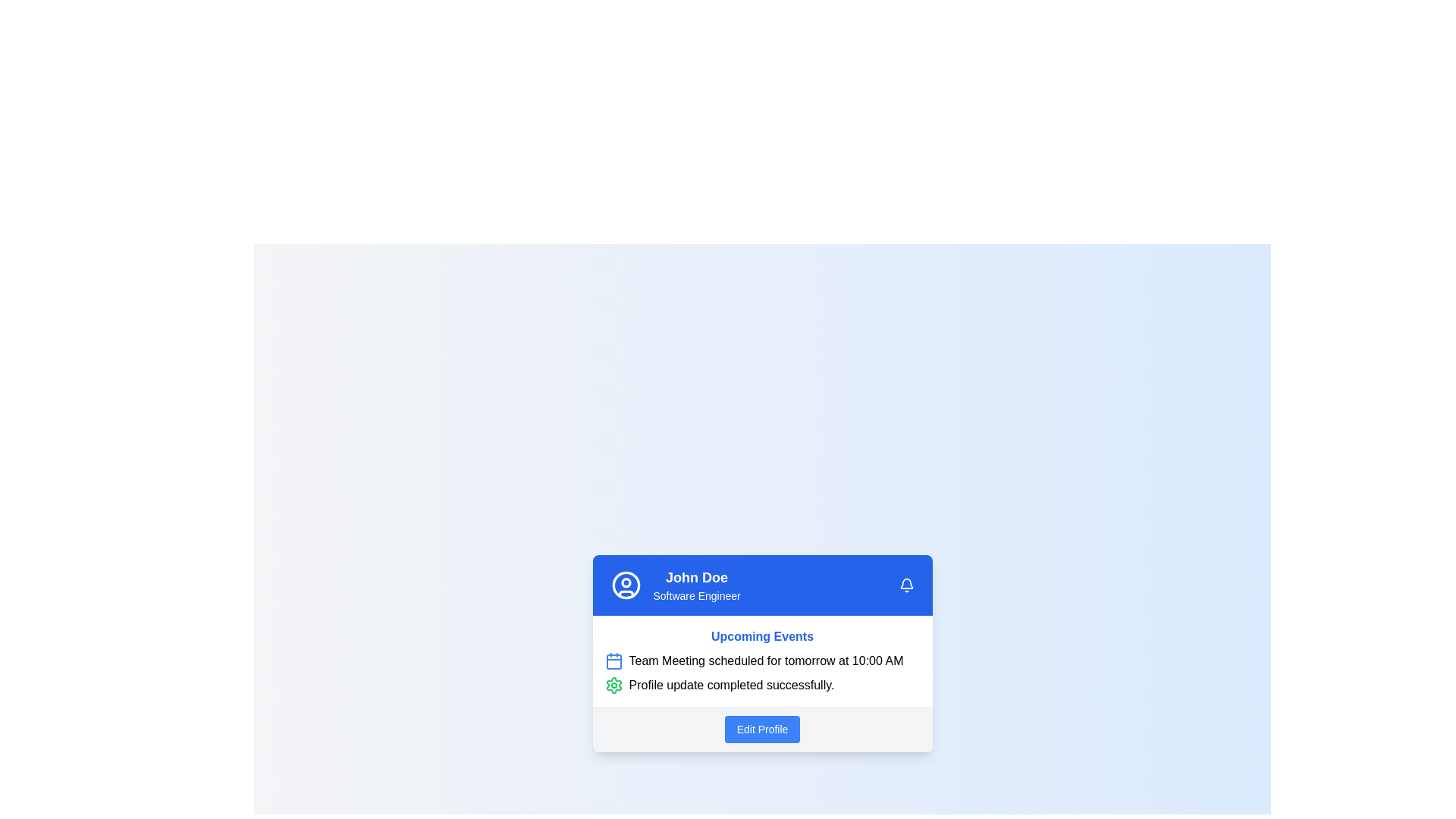 The image size is (1456, 819). Describe the element at coordinates (762, 660) in the screenshot. I see `the Informational panel that displays information about upcoming events and recent updates, located beneath the profile header and above the 'Edit Profile' button` at that location.